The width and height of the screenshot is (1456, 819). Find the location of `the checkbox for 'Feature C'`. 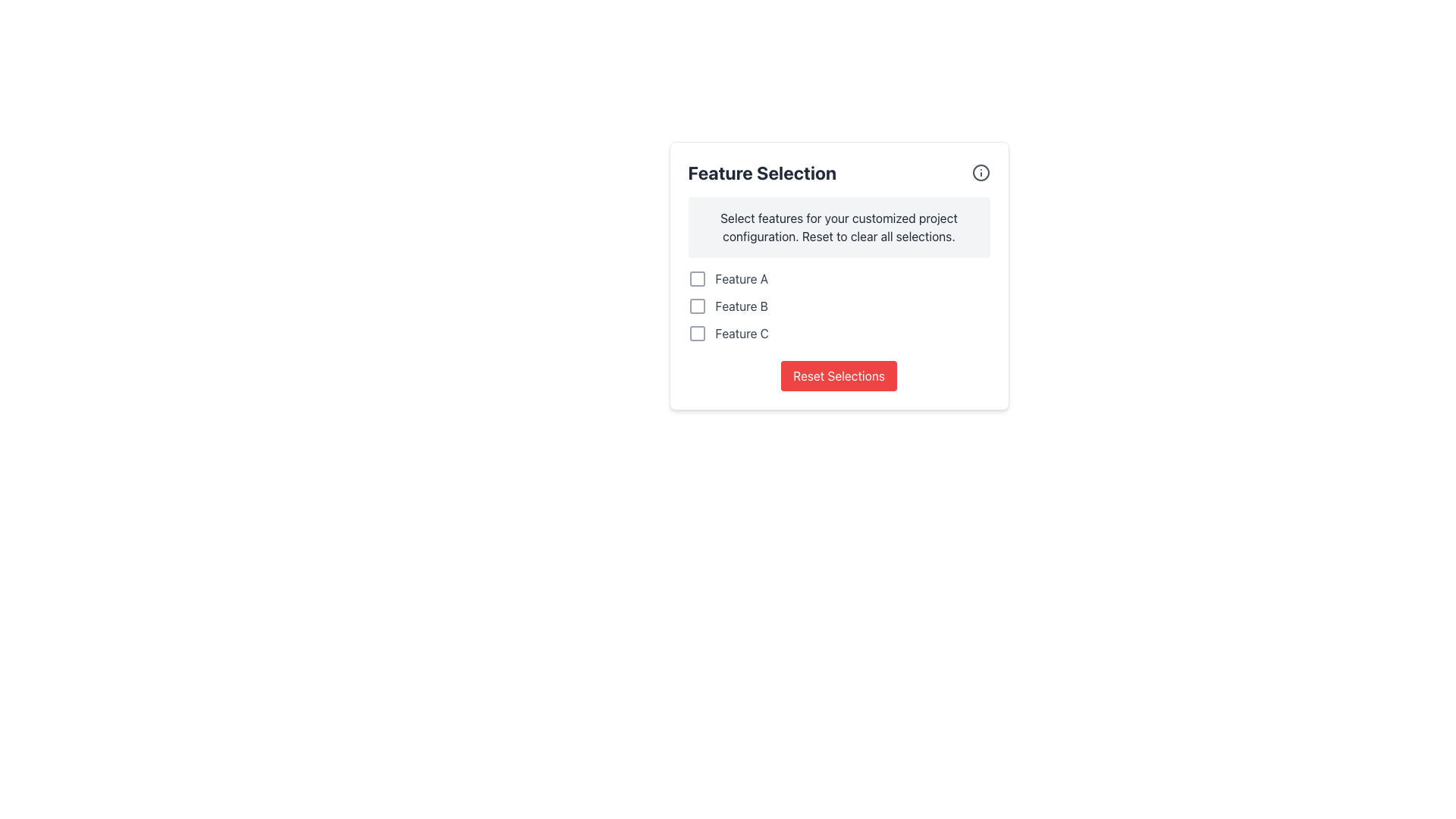

the checkbox for 'Feature C' is located at coordinates (696, 332).